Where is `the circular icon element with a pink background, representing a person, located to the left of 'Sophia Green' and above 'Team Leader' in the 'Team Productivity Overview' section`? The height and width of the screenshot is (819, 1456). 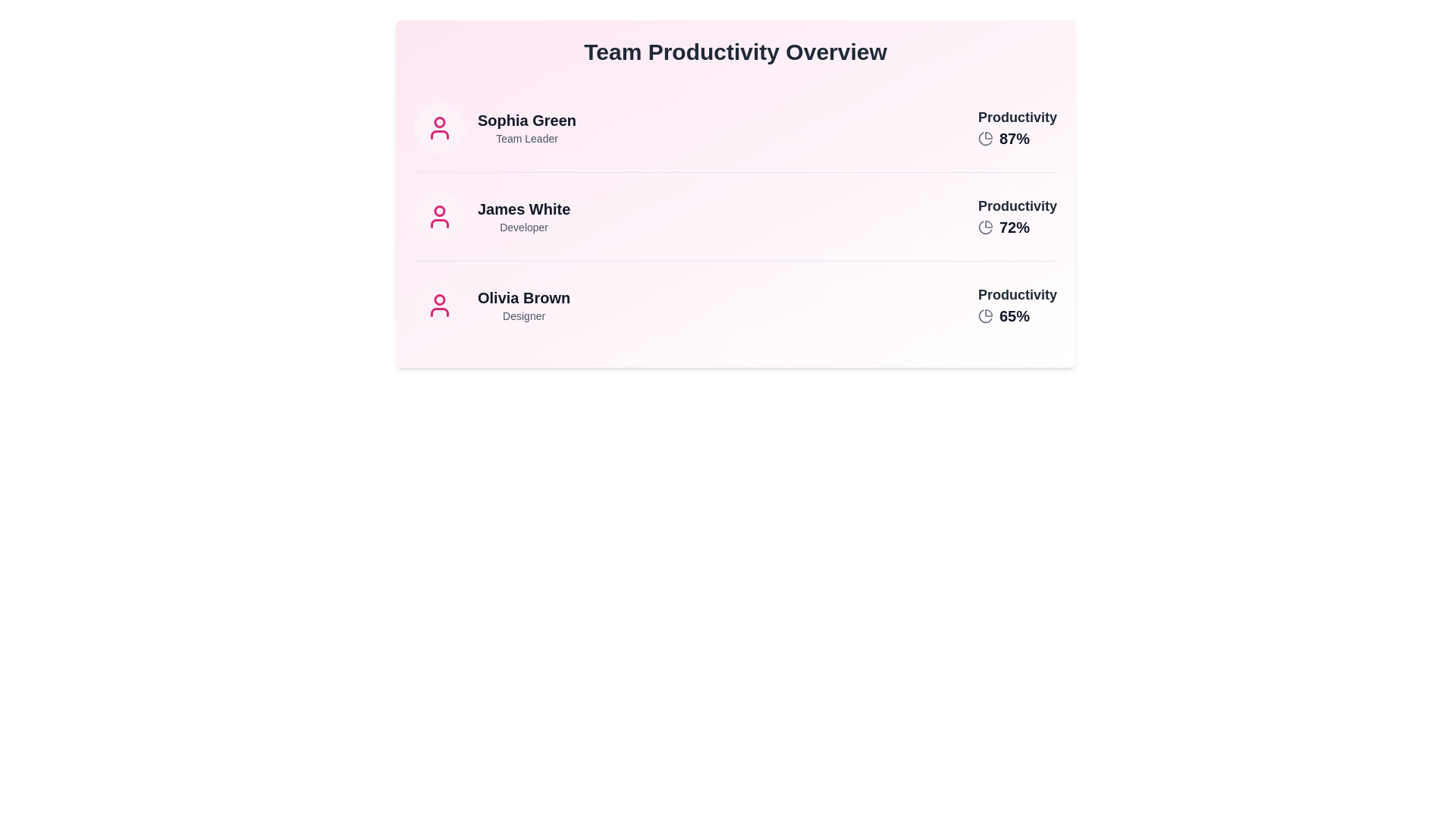 the circular icon element with a pink background, representing a person, located to the left of 'Sophia Green' and above 'Team Leader' in the 'Team Productivity Overview' section is located at coordinates (439, 127).